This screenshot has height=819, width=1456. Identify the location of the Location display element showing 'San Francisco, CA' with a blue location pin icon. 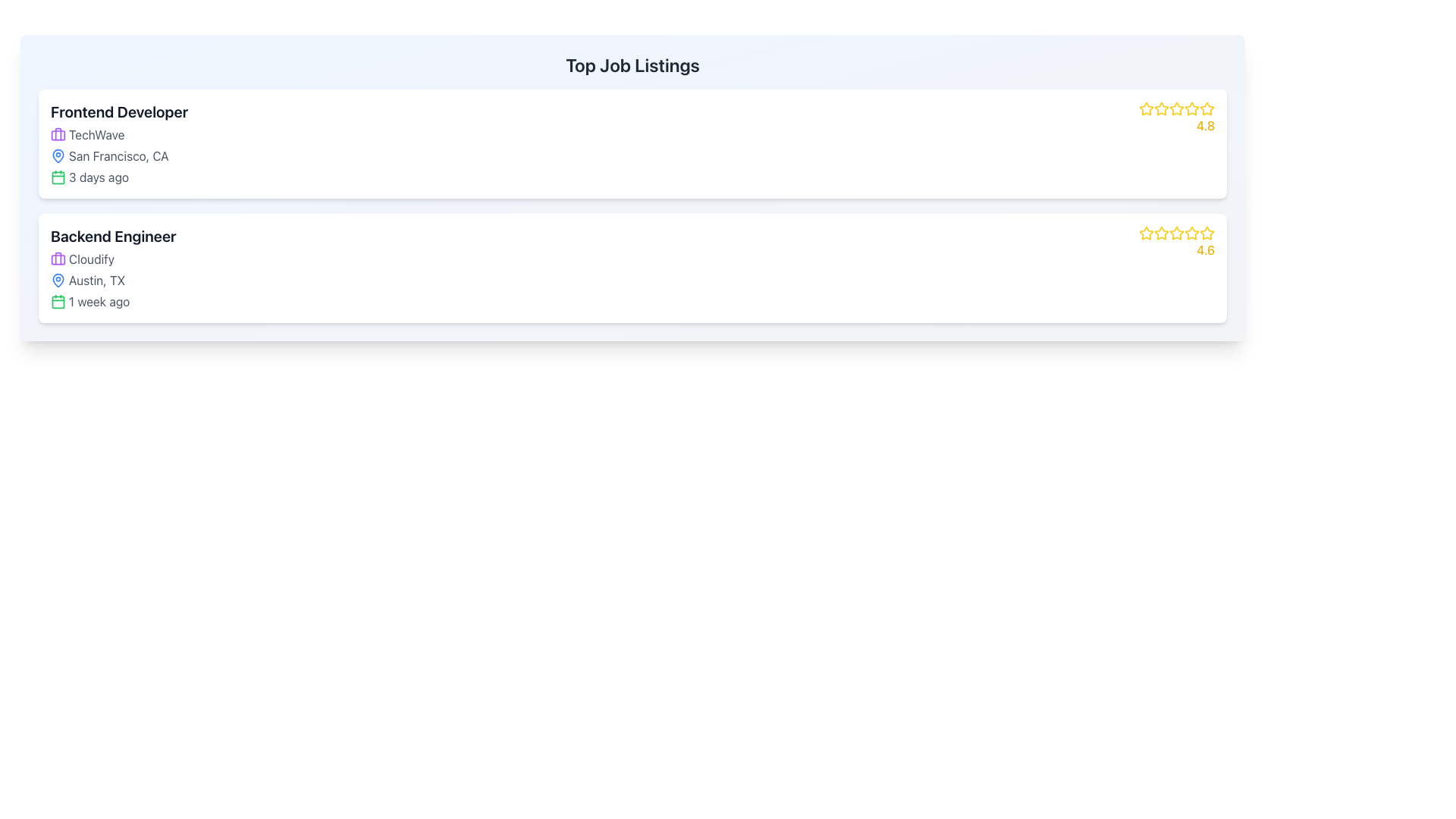
(118, 155).